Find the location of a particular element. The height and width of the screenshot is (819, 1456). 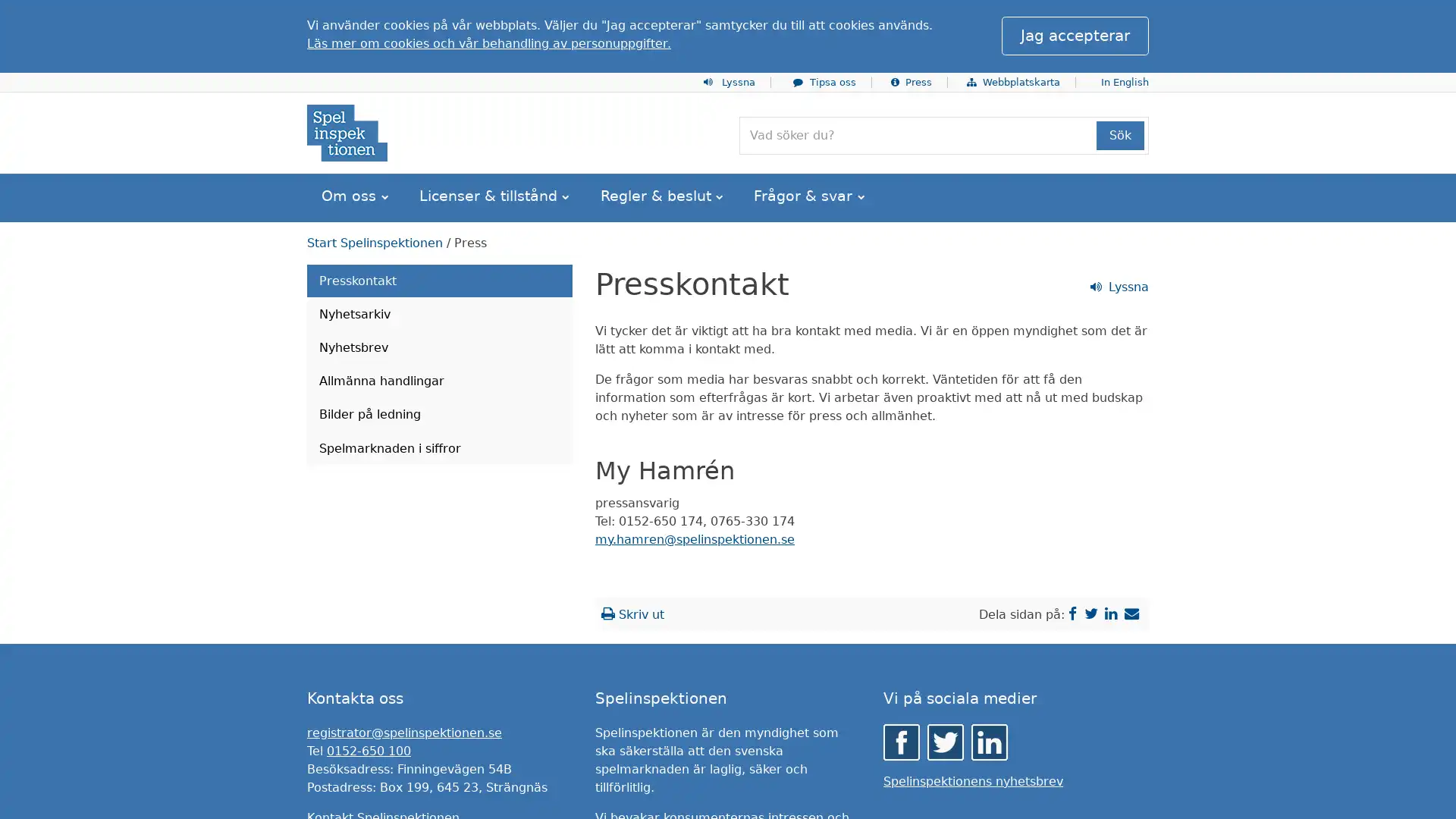

webReaders meny is located at coordinates (318, 18).